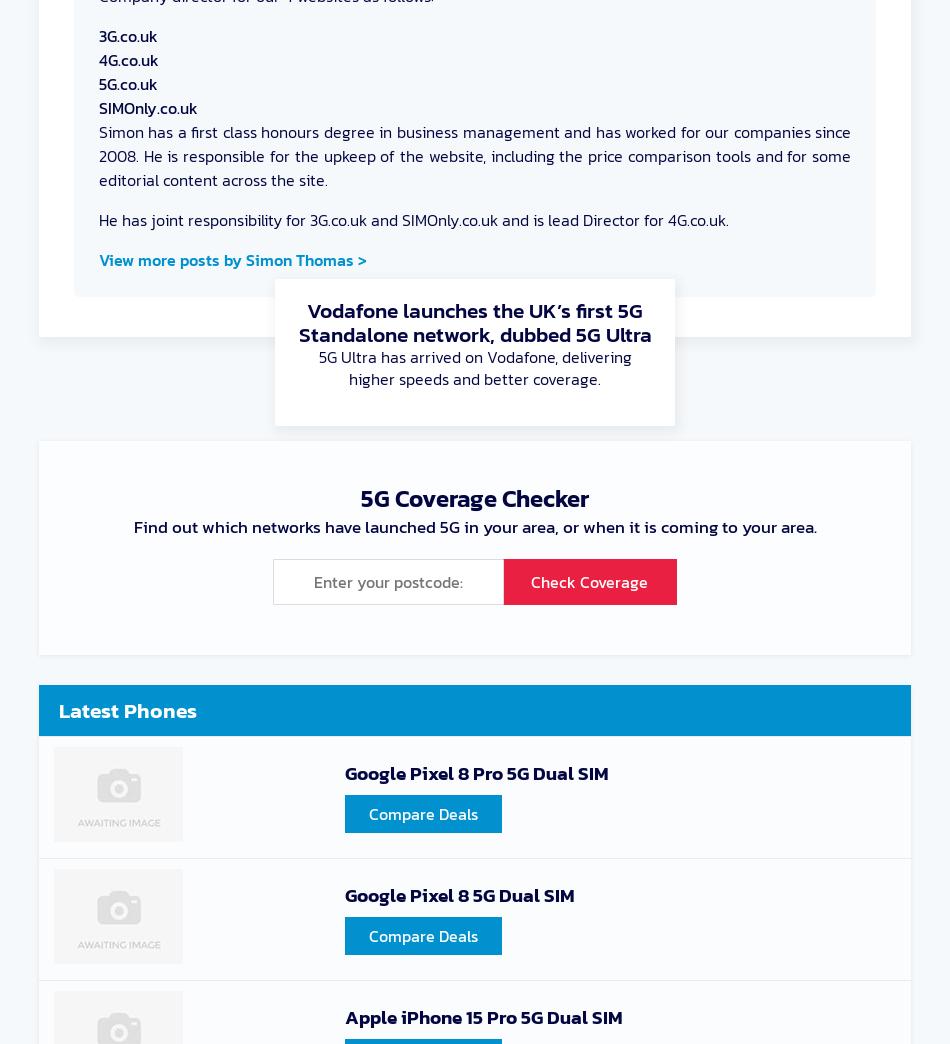 This screenshot has height=1044, width=950. I want to click on 'Find out which networks have launched 5G in your area, or when it is coming to your area.', so click(473, 526).